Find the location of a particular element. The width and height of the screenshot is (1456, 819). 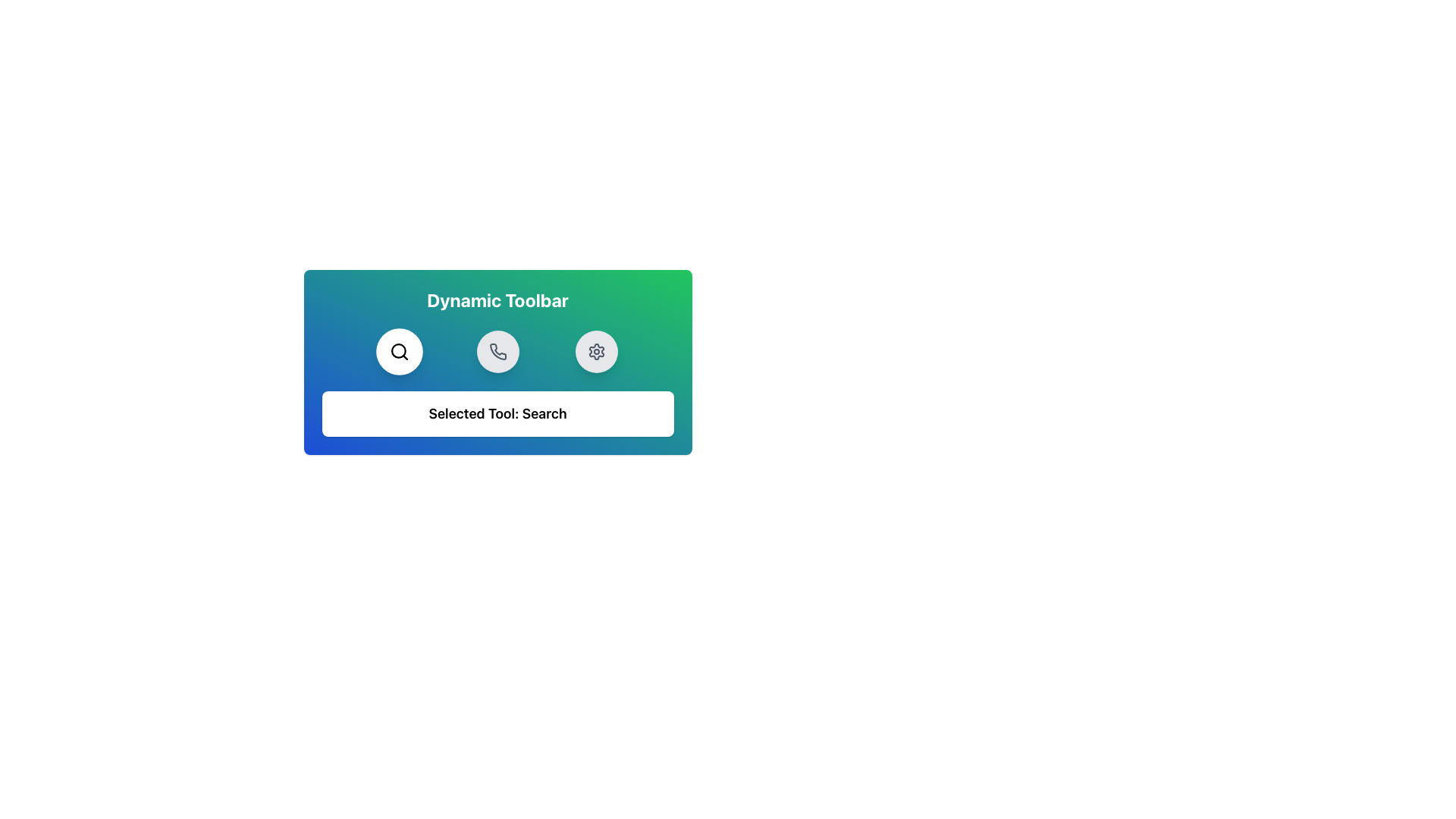

the search icon button, which is a circular icon with a magnifying glass located in the leftmost position of the 'Dynamic Toolbar' is located at coordinates (399, 351).